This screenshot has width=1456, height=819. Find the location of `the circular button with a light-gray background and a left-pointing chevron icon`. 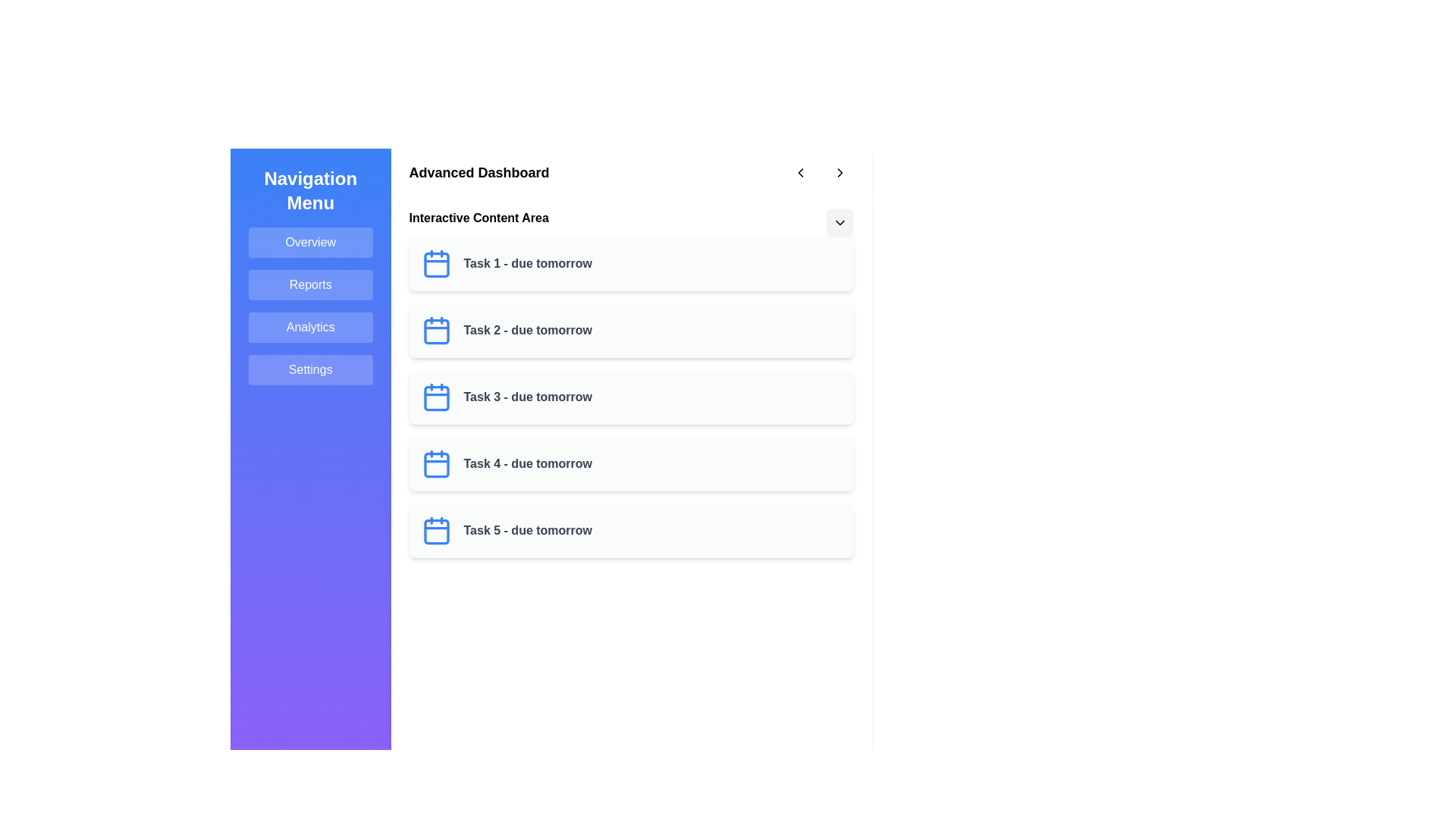

the circular button with a light-gray background and a left-pointing chevron icon is located at coordinates (800, 171).